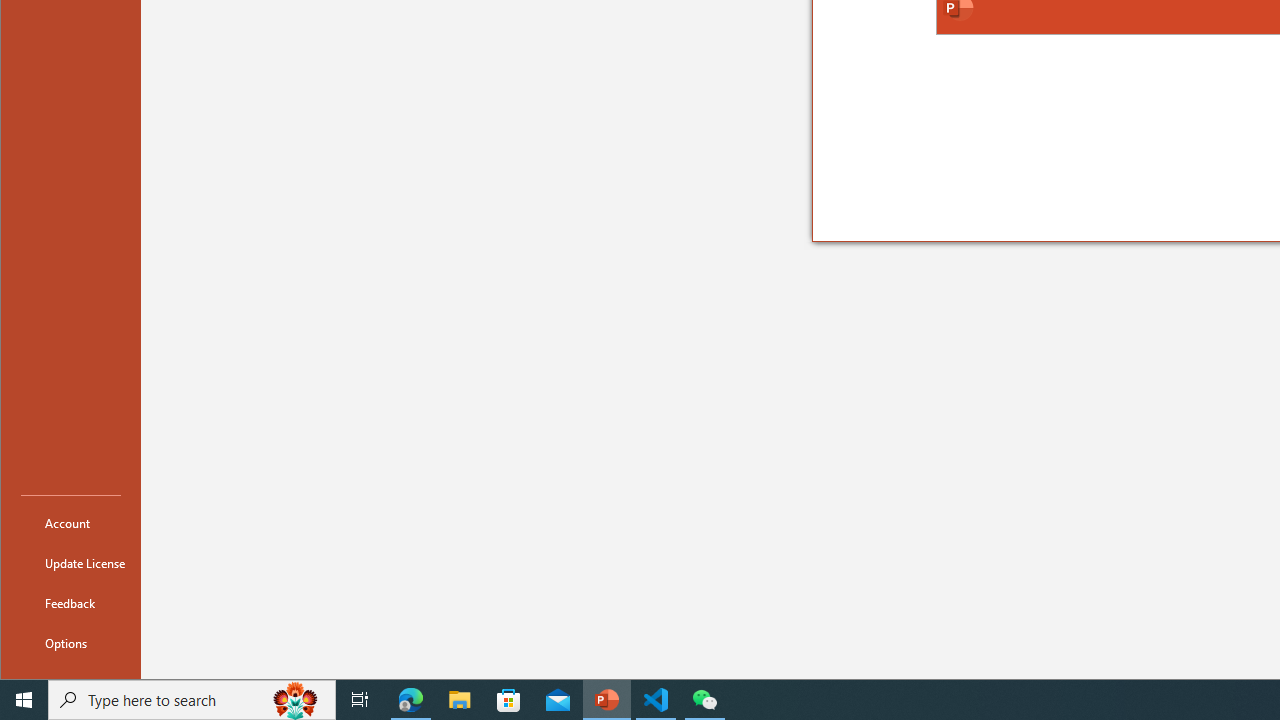 The image size is (1280, 720). I want to click on 'File Explorer', so click(459, 698).